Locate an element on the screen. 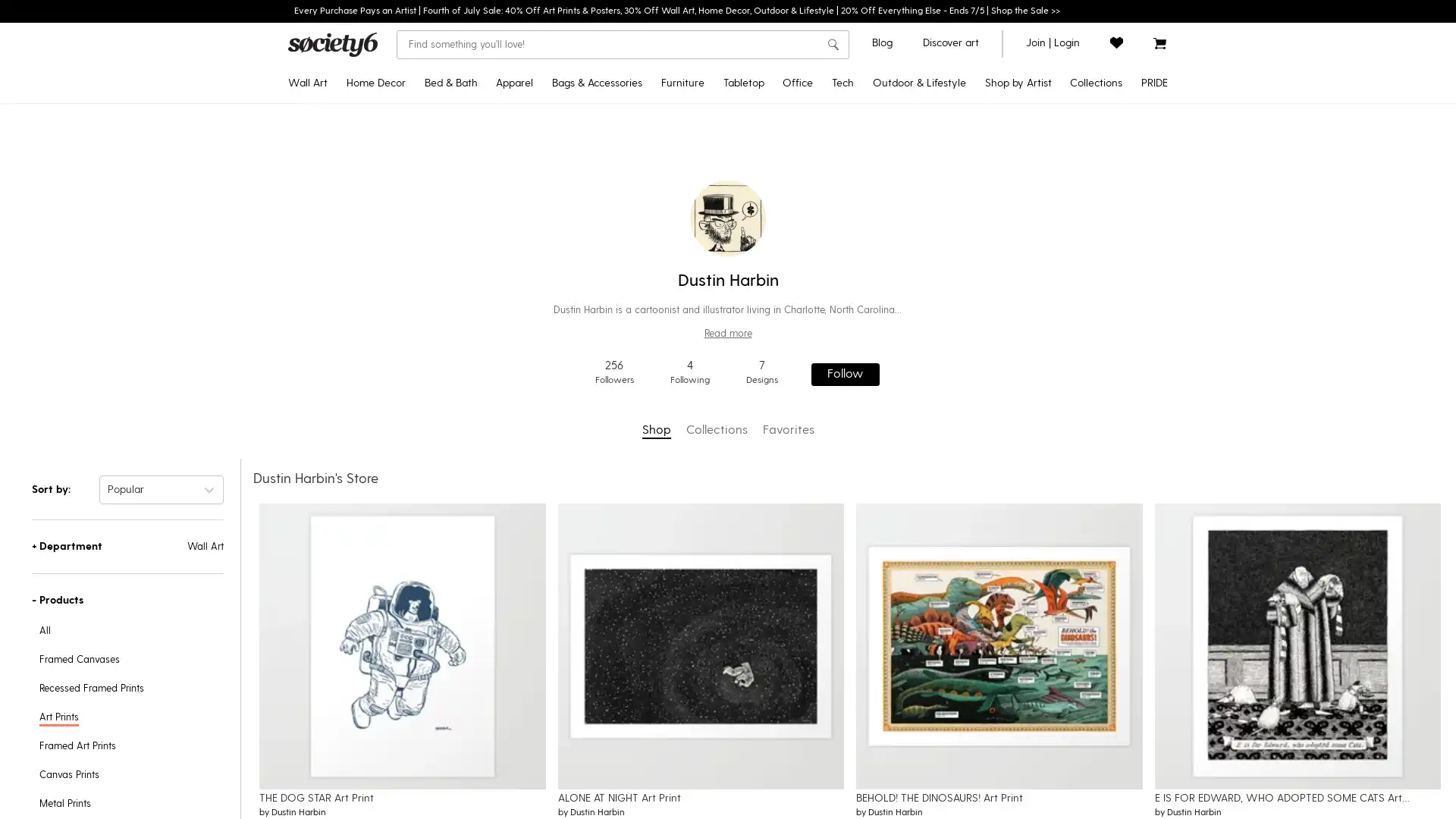  V-Neck T-Shirts is located at coordinates (562, 243).